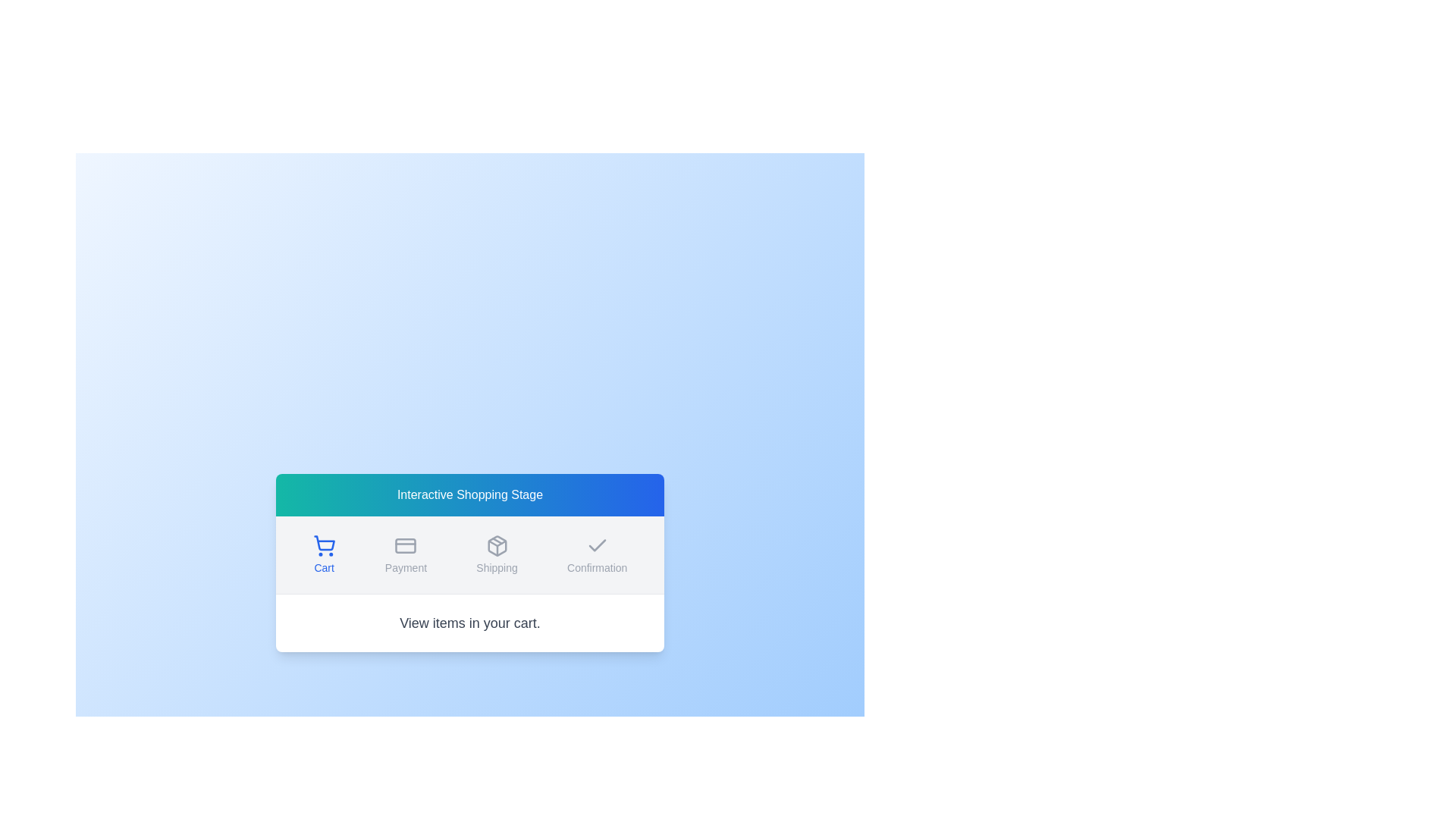  Describe the element at coordinates (596, 567) in the screenshot. I see `the 'Confirmation' Text Label, which categorizes the section it belongs to and is positioned at the bottom-center beneath the checkmark icon` at that location.